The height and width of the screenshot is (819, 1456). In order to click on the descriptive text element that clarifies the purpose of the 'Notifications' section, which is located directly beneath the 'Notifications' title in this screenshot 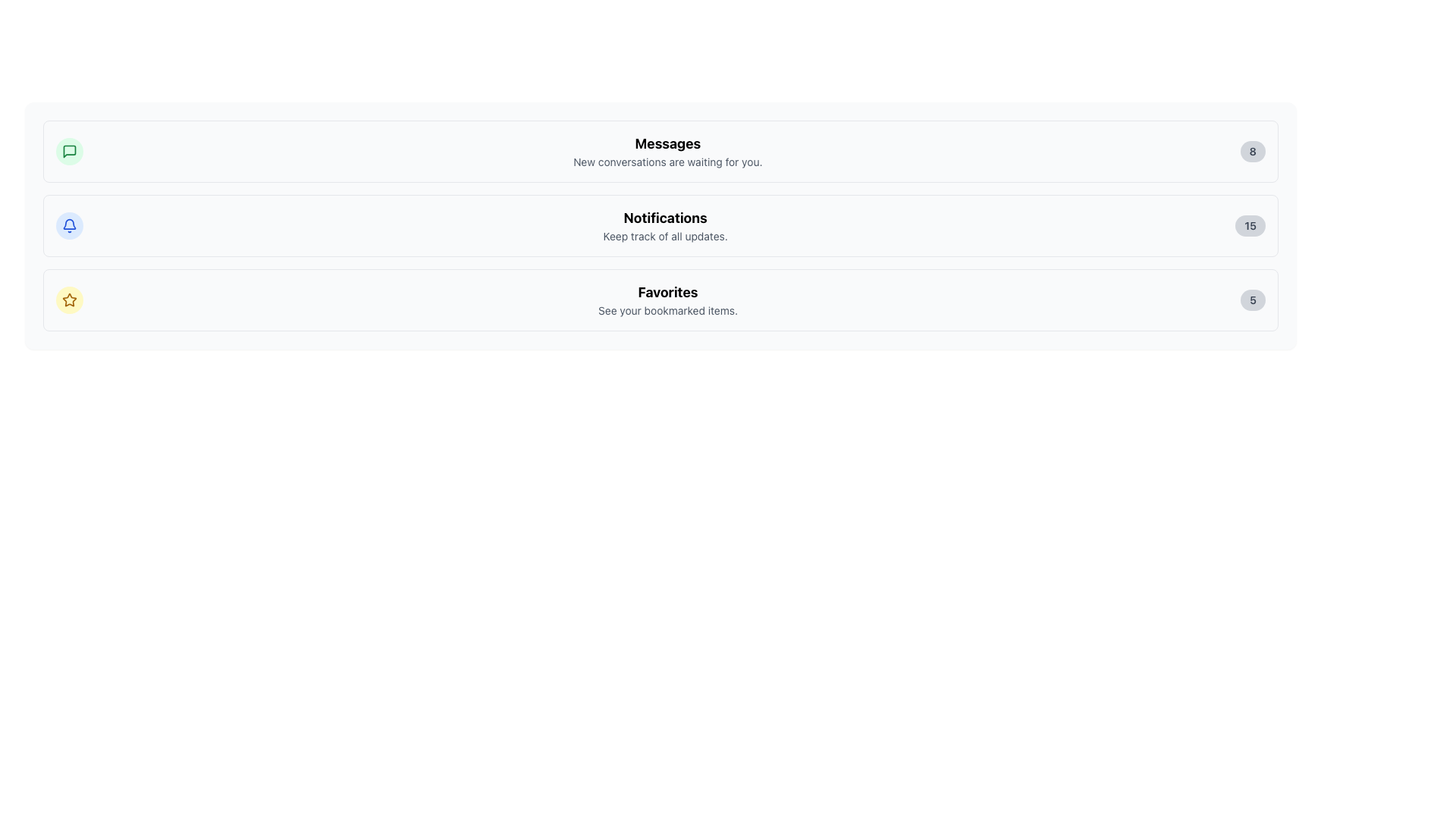, I will do `click(665, 237)`.